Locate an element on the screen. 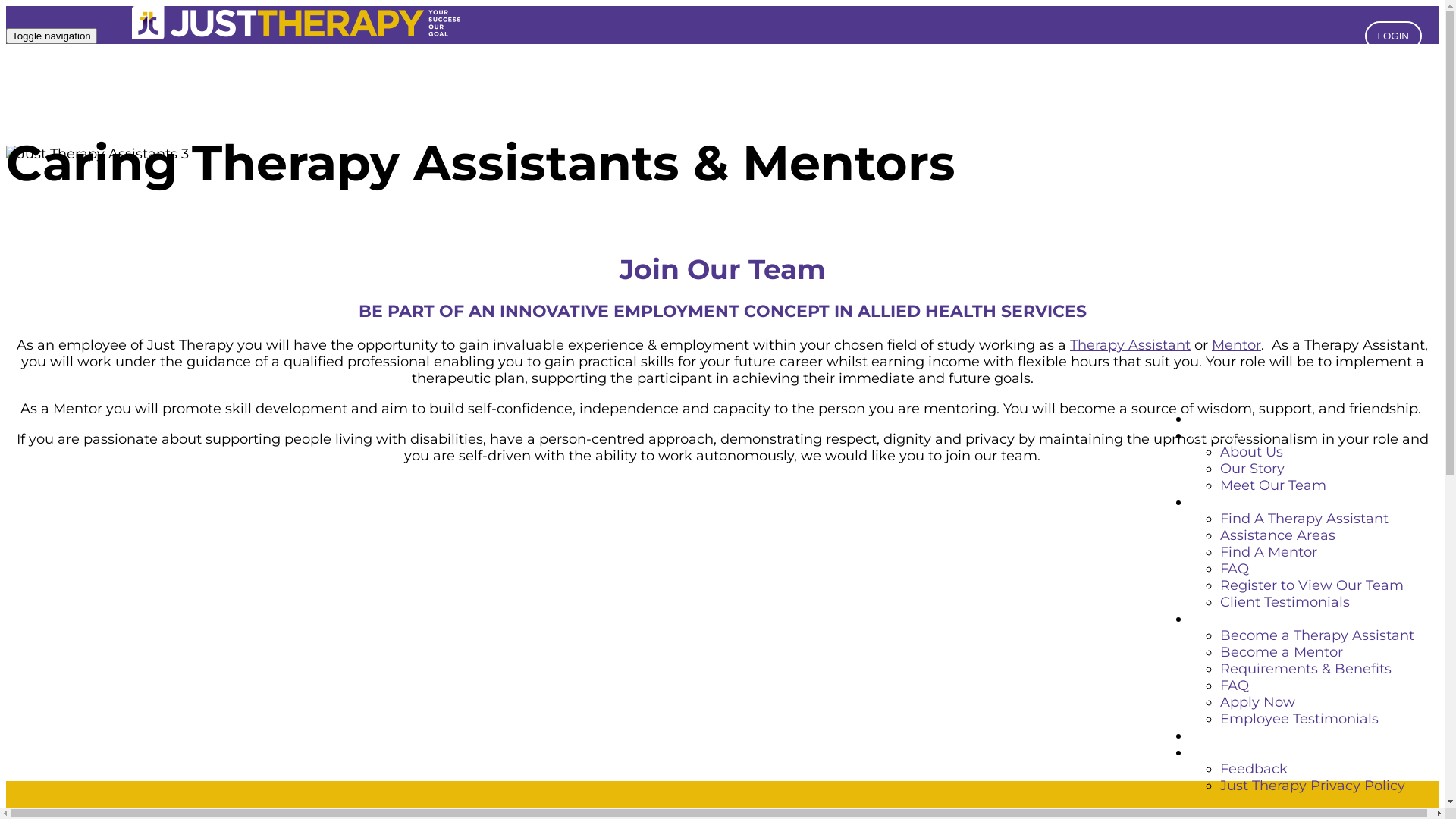 Image resolution: width=1456 pixels, height=819 pixels. 'Register to View Our Team' is located at coordinates (1310, 584).